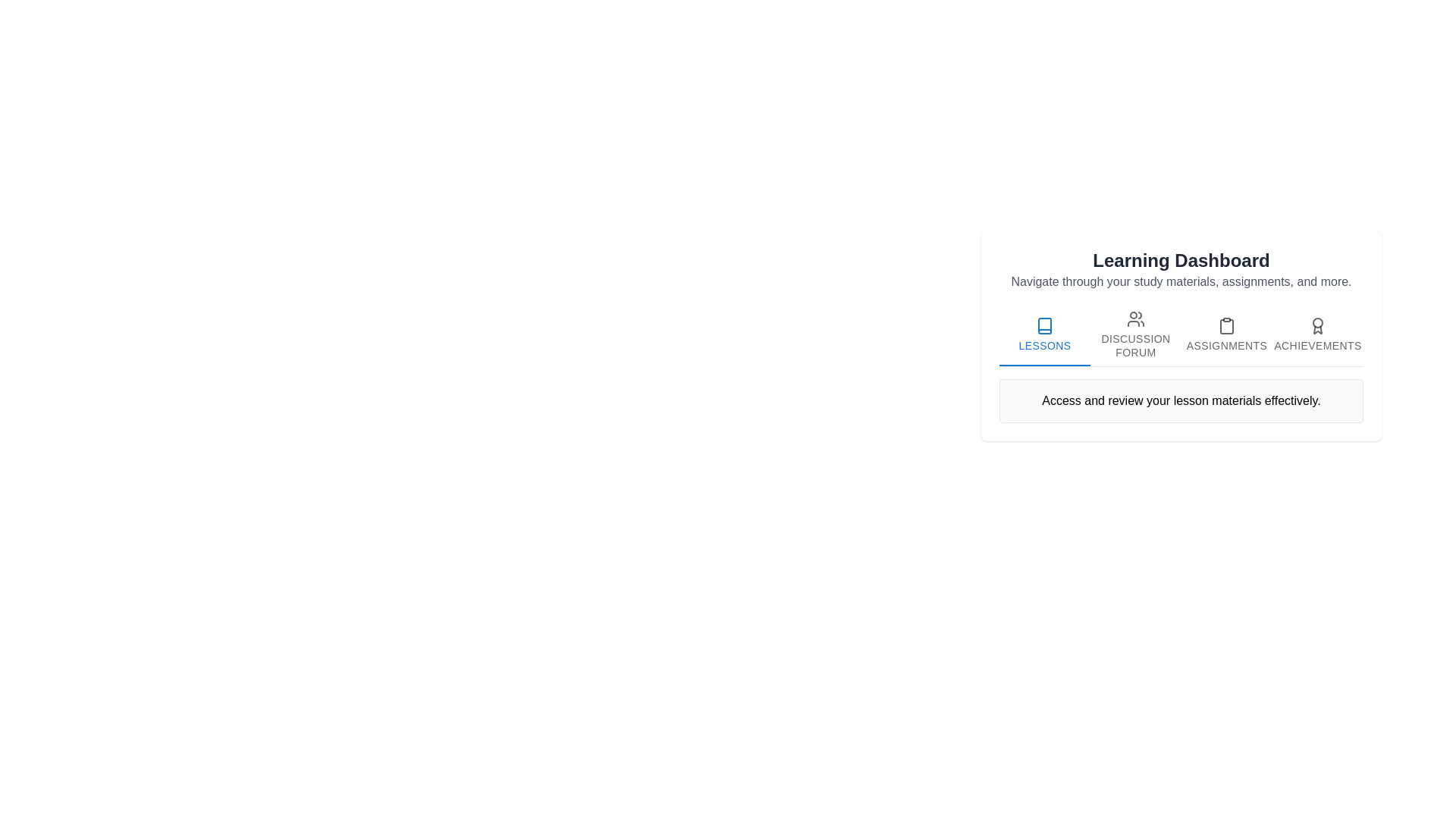 The width and height of the screenshot is (1456, 819). What do you see at coordinates (1316, 324) in the screenshot?
I see `the tab navigation by clicking on the award or medal icon located in the 'Achievements' tab` at bounding box center [1316, 324].